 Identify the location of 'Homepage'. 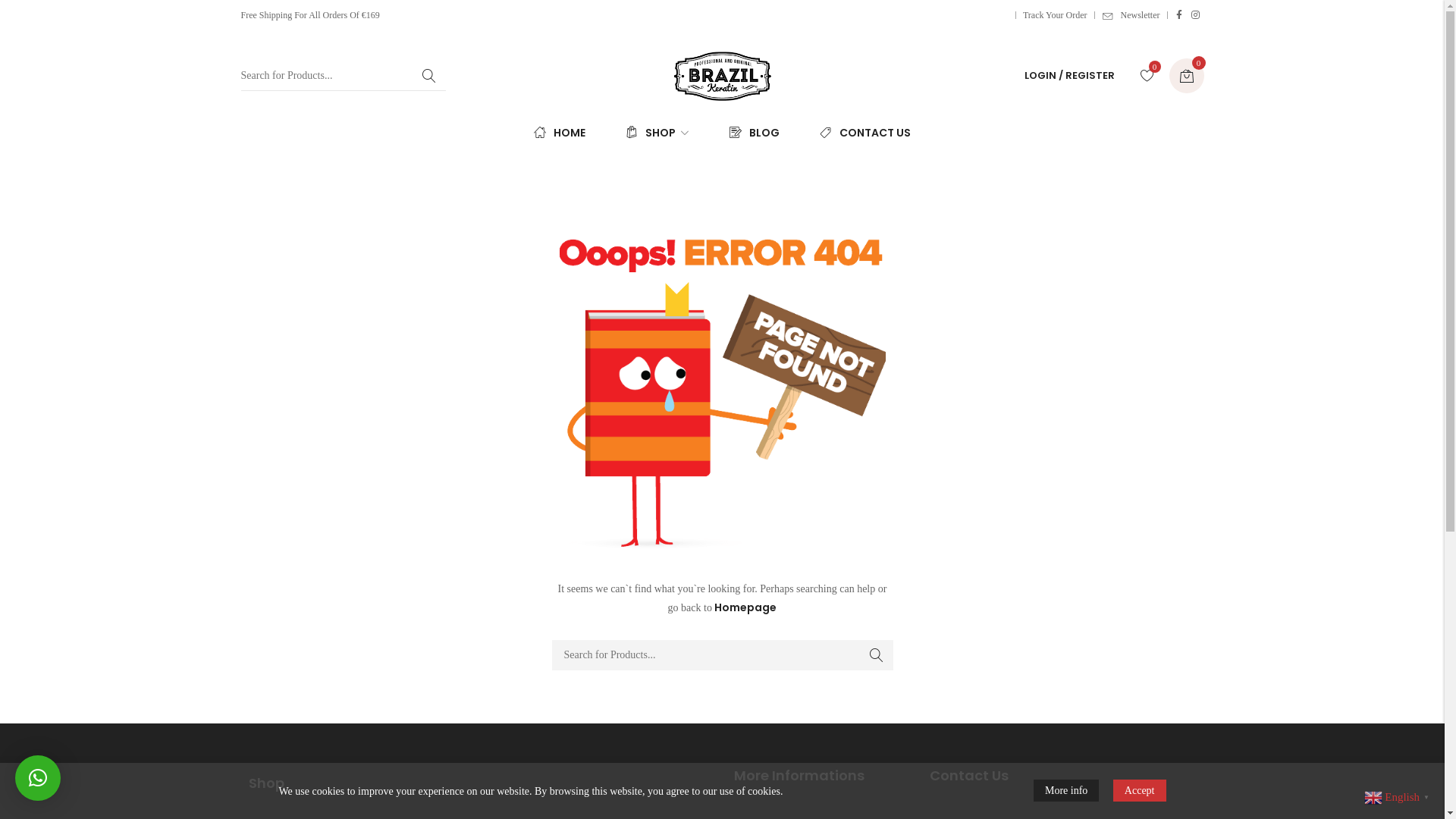
(713, 607).